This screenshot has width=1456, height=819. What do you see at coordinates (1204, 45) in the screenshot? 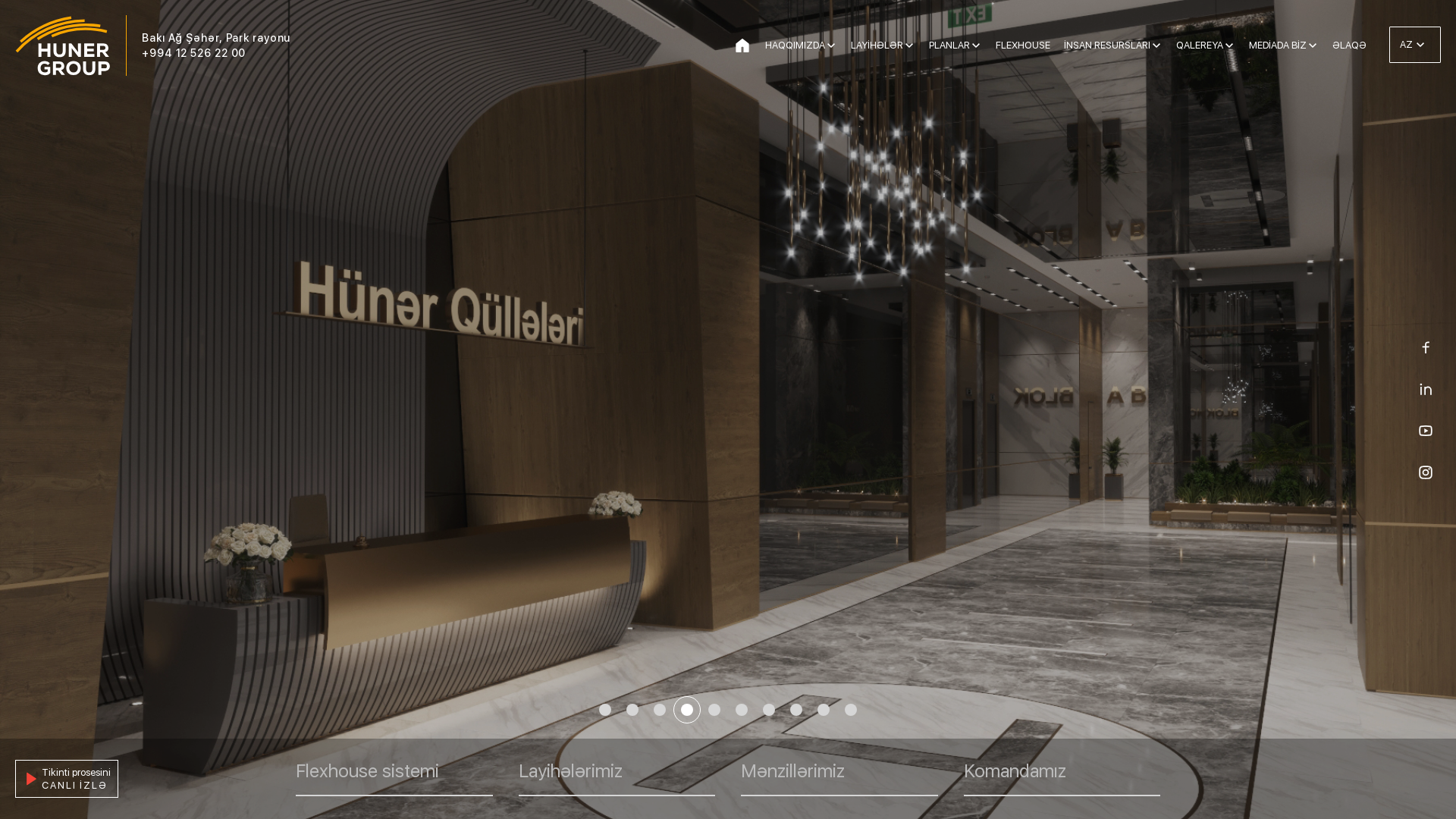
I see `'QALEREYA'` at bounding box center [1204, 45].